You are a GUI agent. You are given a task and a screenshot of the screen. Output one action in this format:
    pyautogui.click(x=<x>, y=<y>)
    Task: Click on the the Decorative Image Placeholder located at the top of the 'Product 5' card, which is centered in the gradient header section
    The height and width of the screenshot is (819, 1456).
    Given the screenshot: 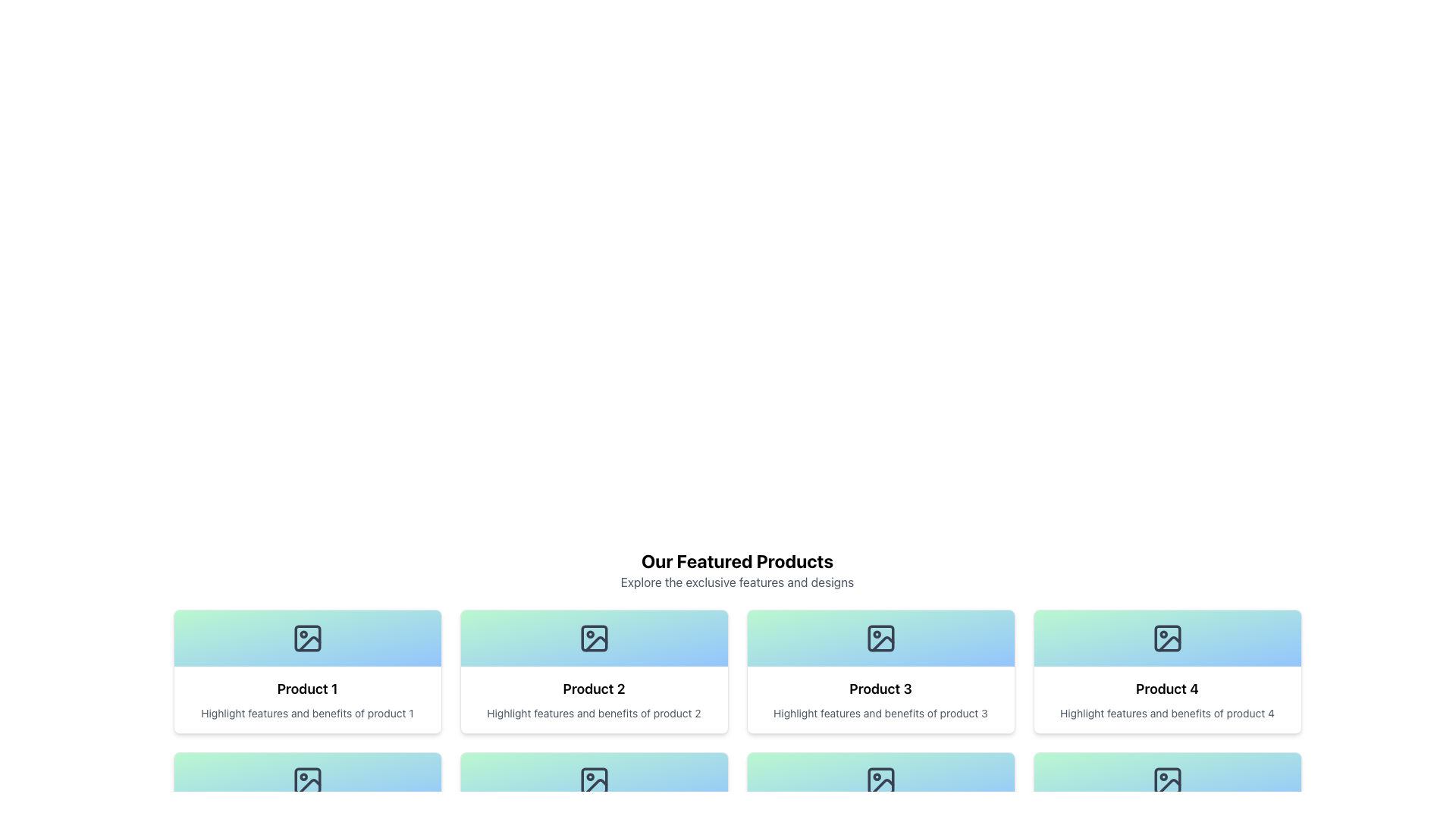 What is the action you would take?
    pyautogui.click(x=306, y=780)
    